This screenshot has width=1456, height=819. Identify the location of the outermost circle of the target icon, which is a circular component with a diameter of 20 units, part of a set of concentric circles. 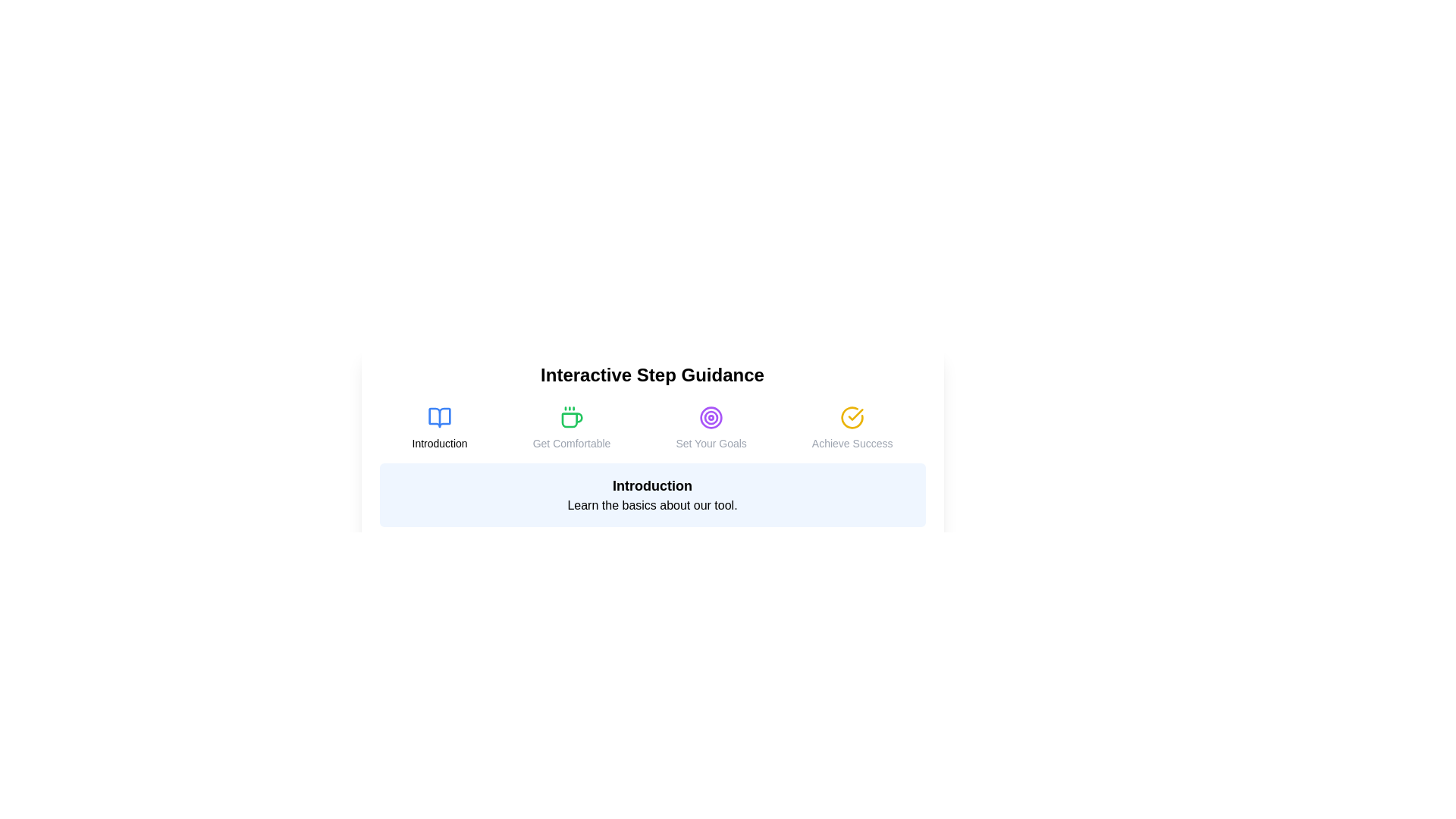
(711, 418).